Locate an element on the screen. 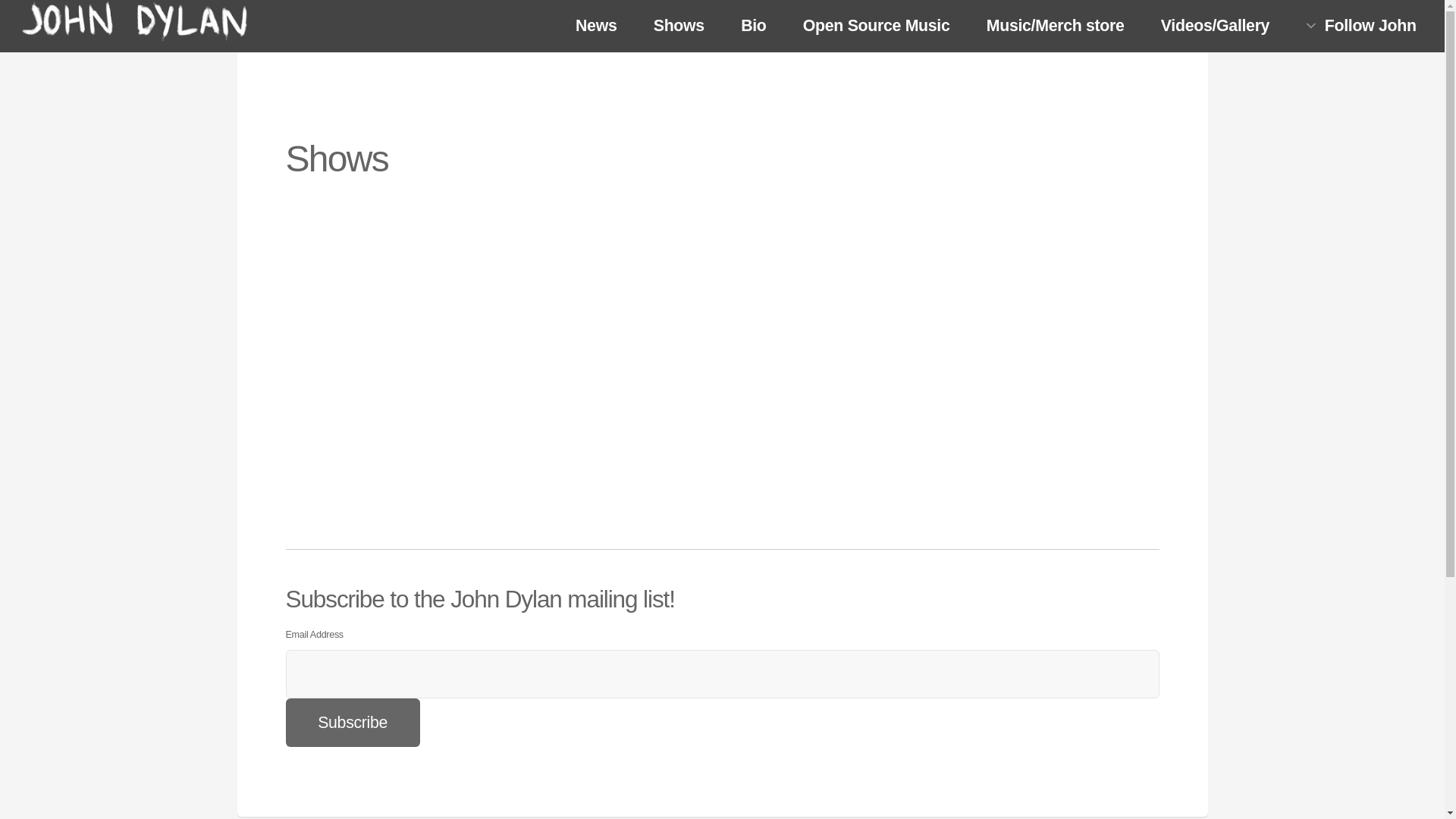 The image size is (1456, 819). 'Subscribe' is located at coordinates (351, 721).